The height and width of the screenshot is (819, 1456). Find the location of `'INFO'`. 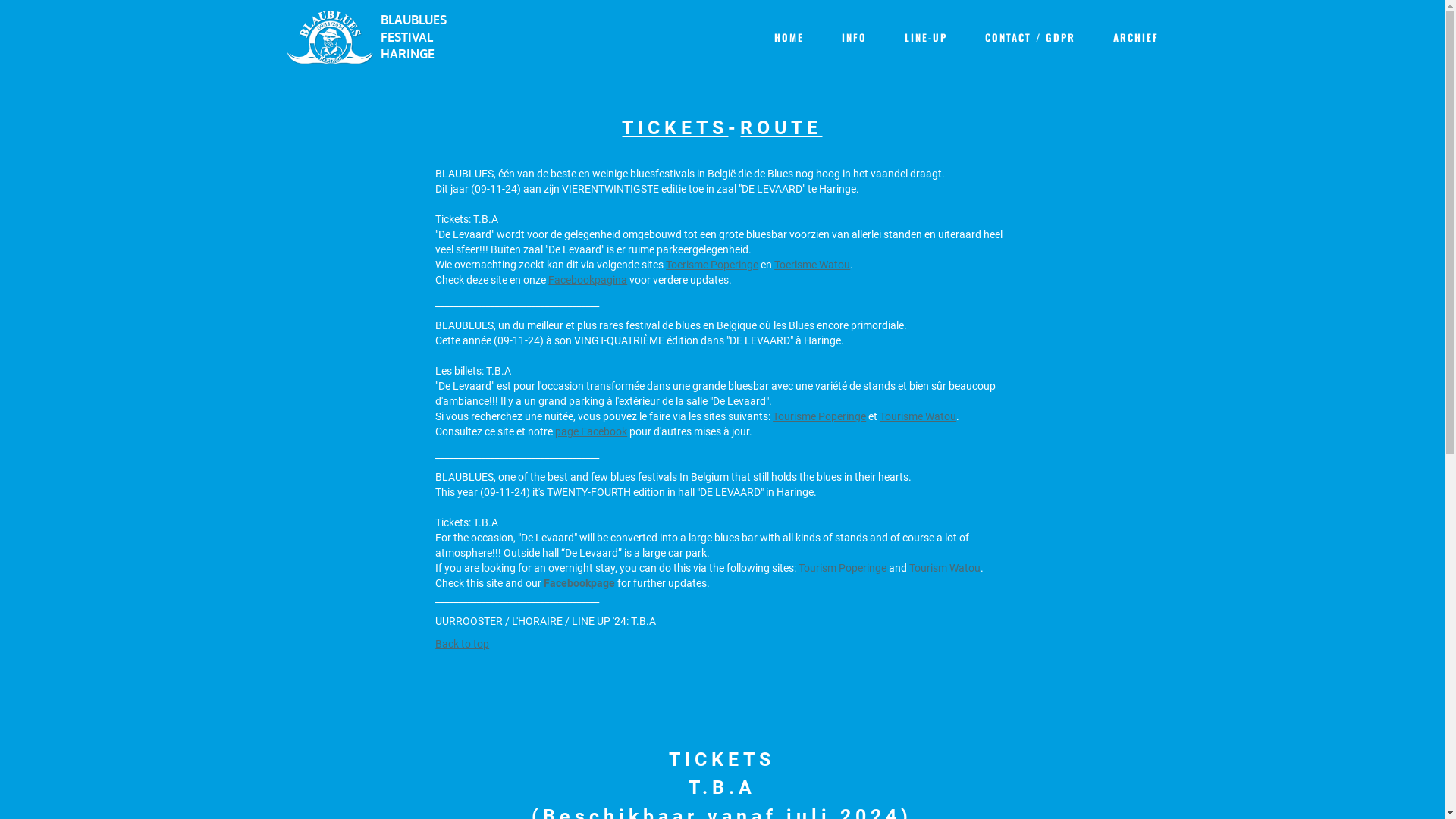

'INFO' is located at coordinates (854, 36).